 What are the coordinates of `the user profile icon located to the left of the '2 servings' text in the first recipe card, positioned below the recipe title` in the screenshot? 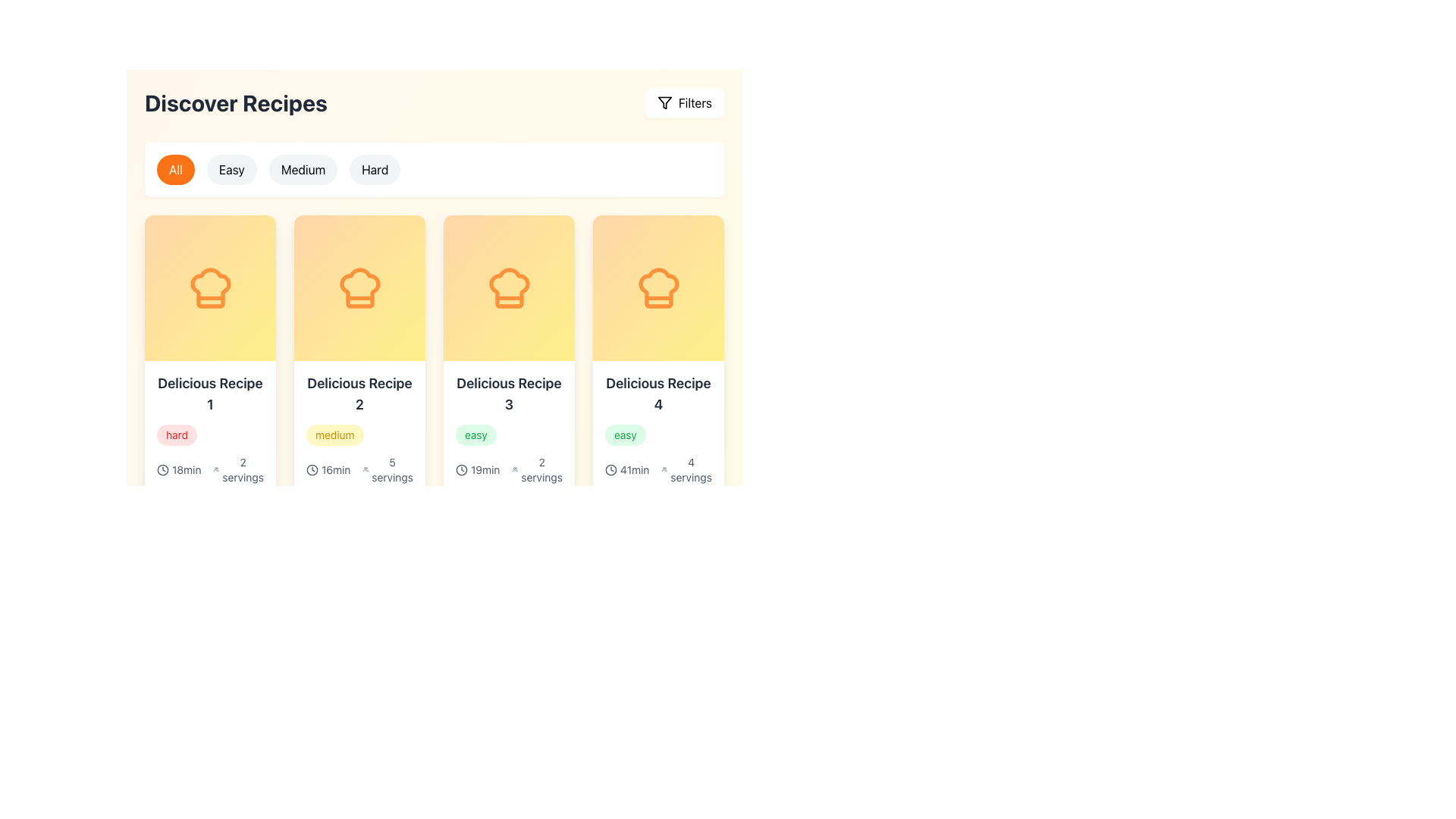 It's located at (215, 469).